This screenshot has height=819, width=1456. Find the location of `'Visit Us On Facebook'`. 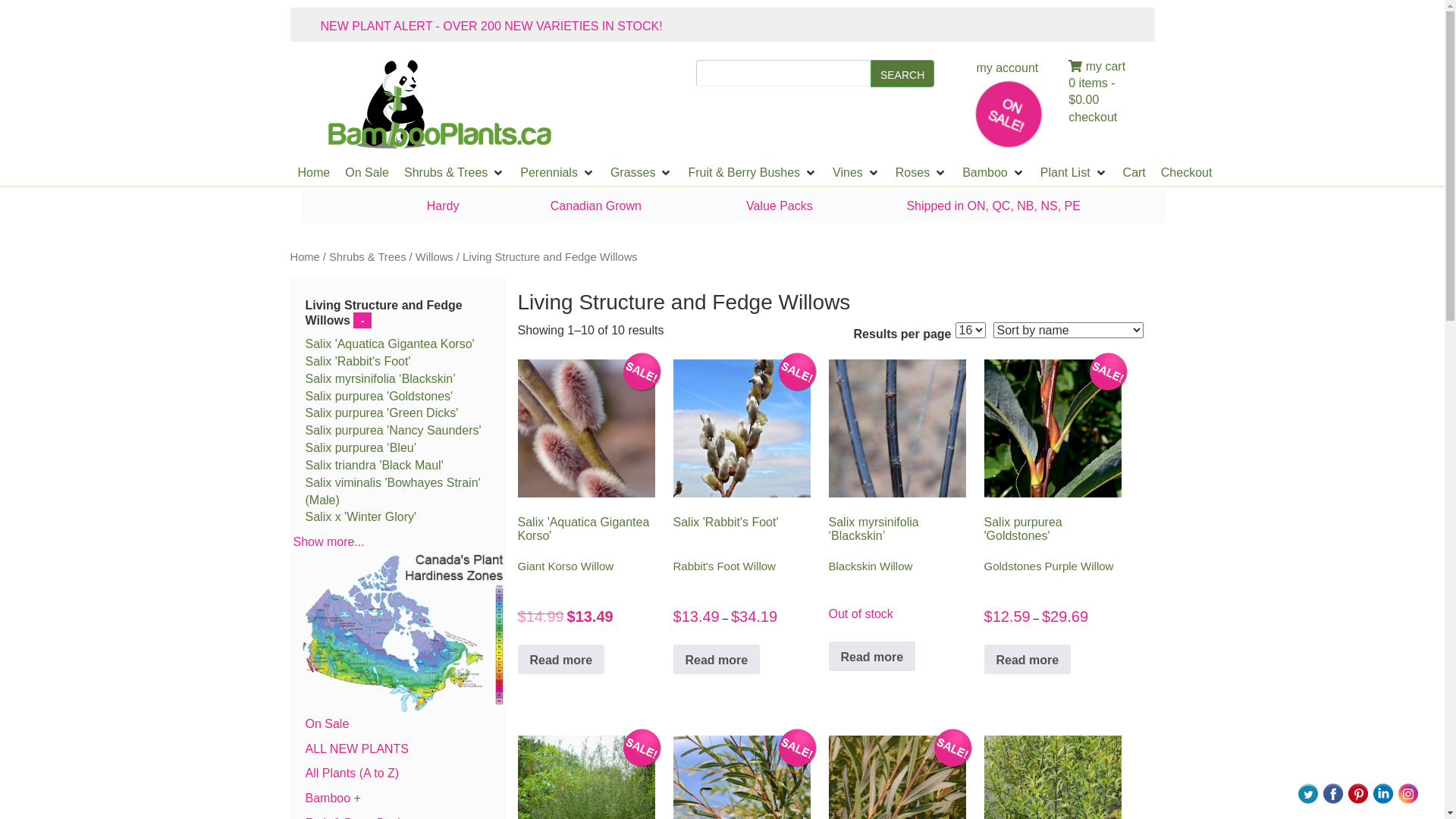

'Visit Us On Facebook' is located at coordinates (1331, 791).